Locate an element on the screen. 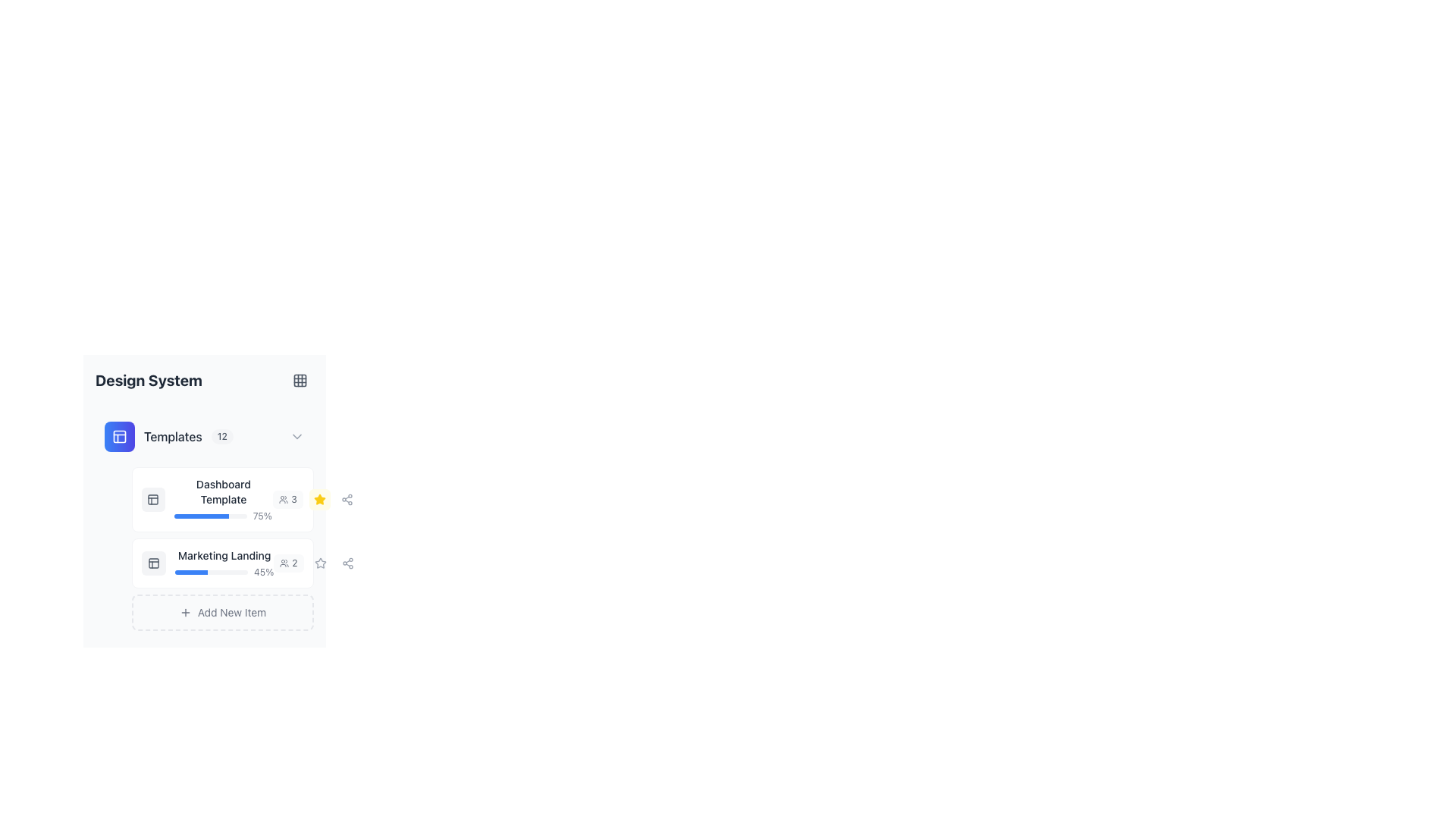 The height and width of the screenshot is (819, 1456). the yellow star icon, which is the second icon in a horizontal row of three, located to the right of the 'Dashboard Template' label in the 'Design System' section is located at coordinates (315, 500).